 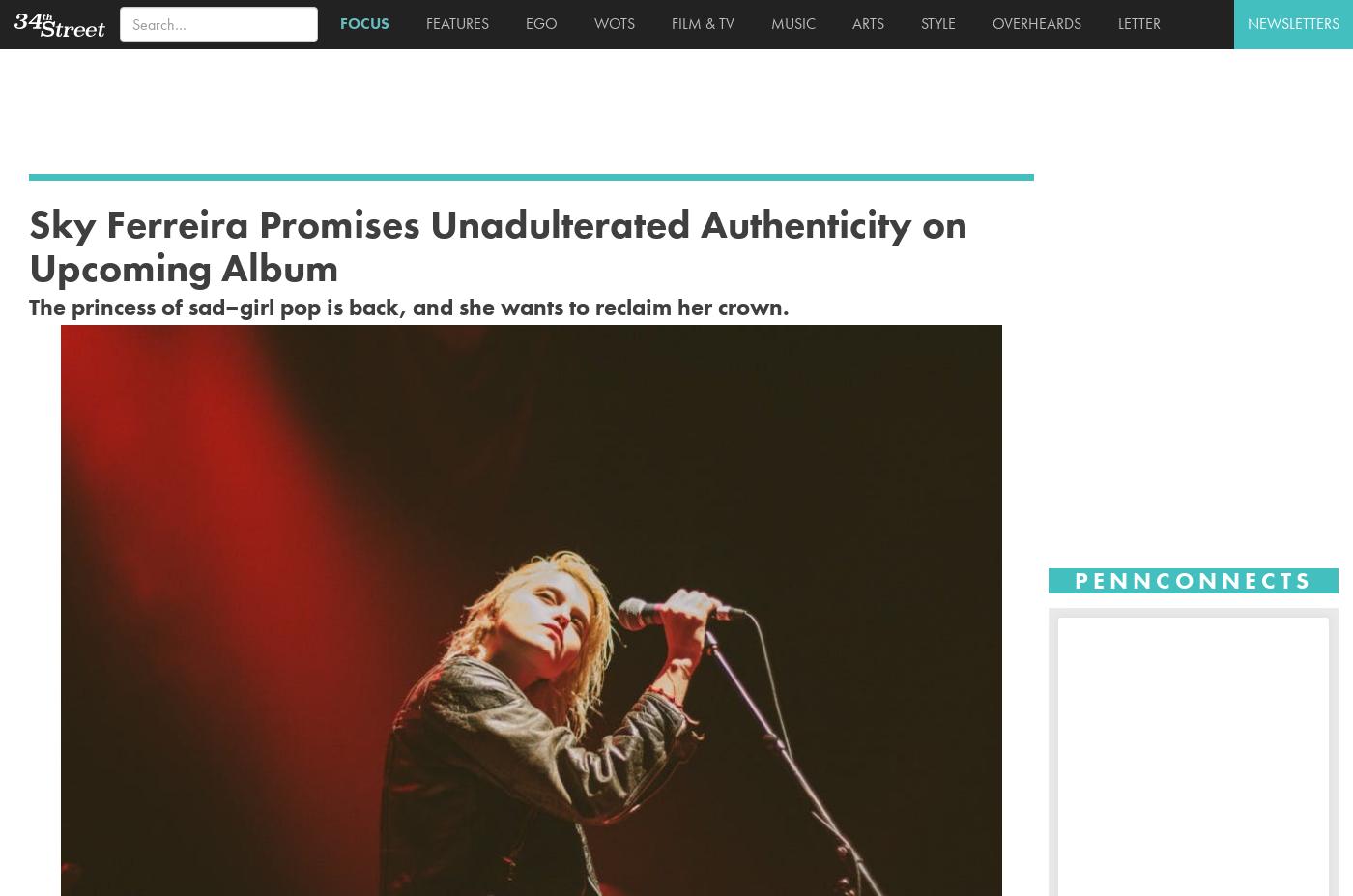 I want to click on 'WOTS', so click(x=610, y=22).